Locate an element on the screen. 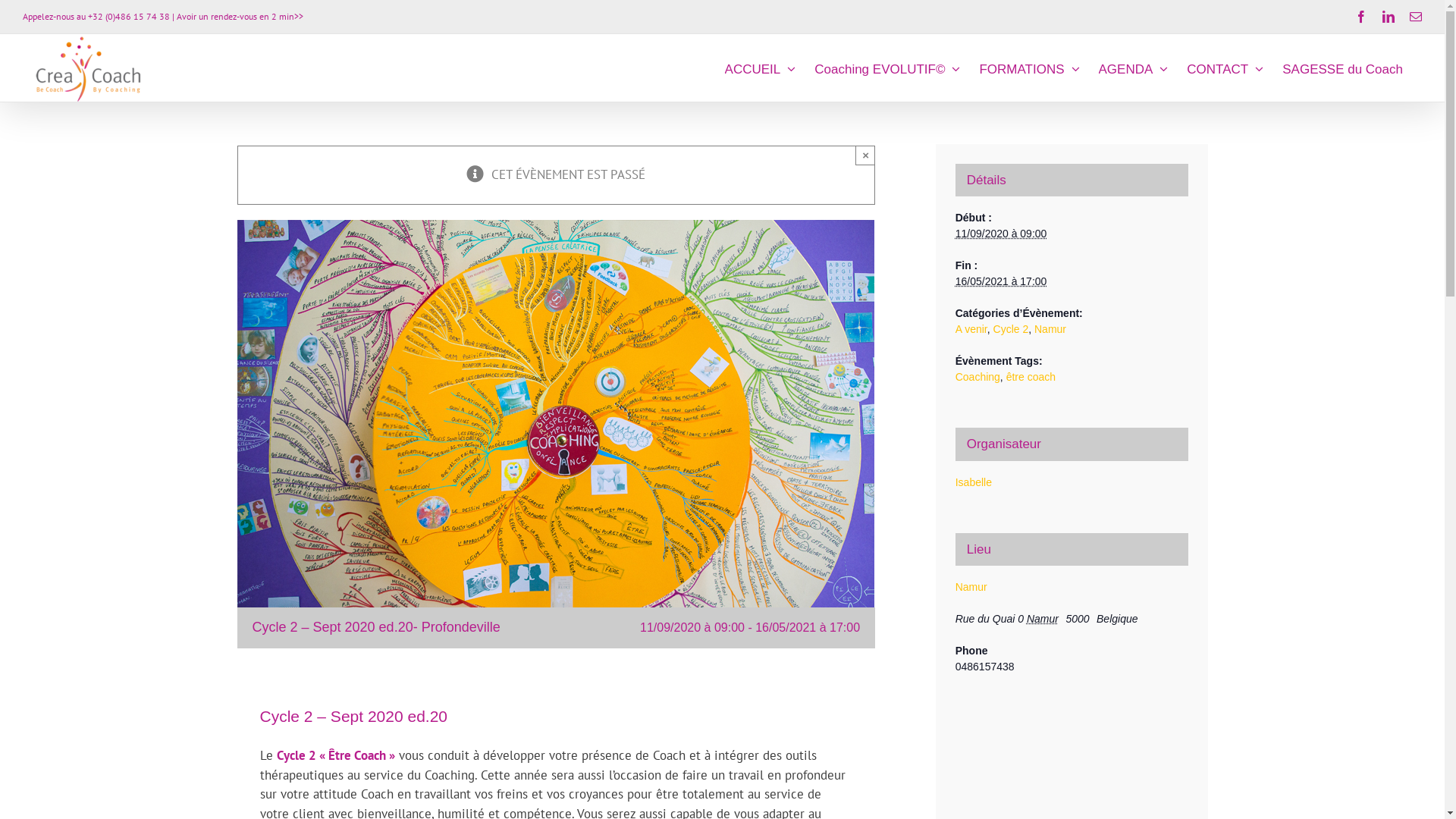  'A venir' is located at coordinates (971, 328).